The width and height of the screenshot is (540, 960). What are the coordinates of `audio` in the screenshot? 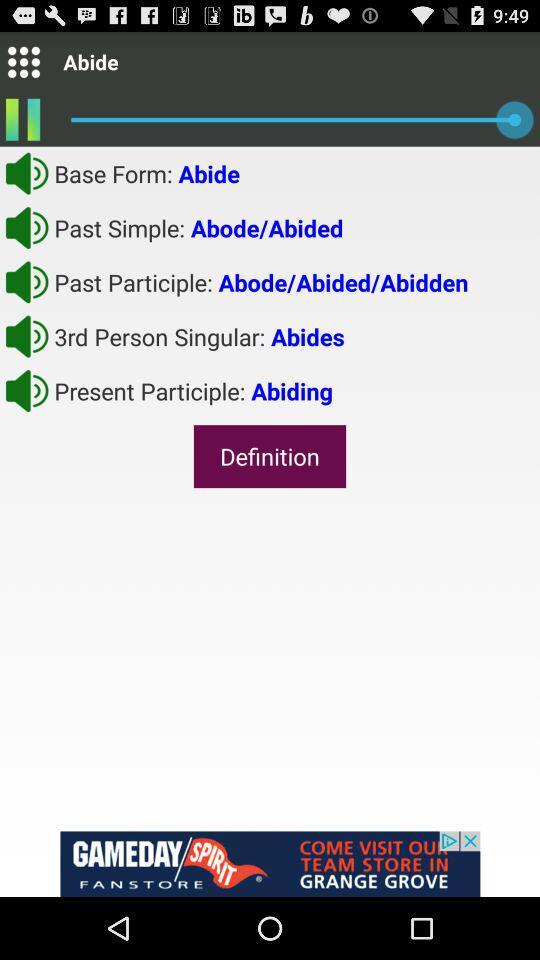 It's located at (26, 281).